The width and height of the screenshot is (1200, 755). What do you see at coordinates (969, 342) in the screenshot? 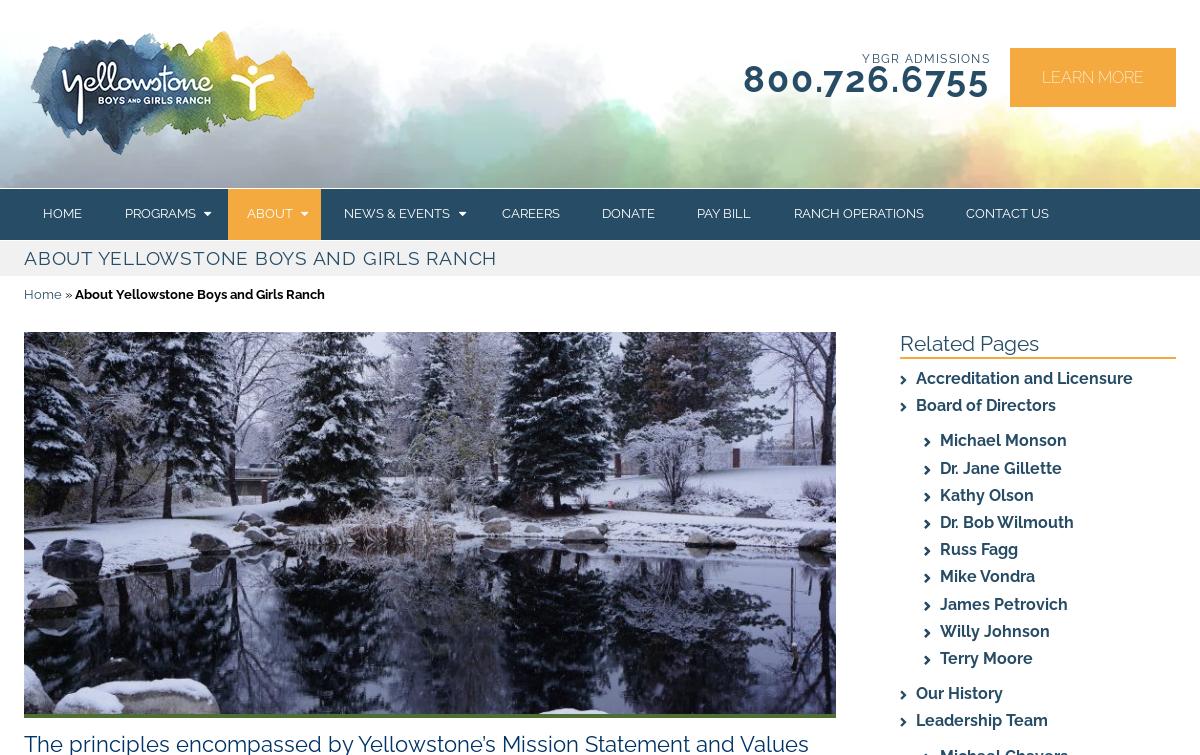
I see `'Related Pages'` at bounding box center [969, 342].